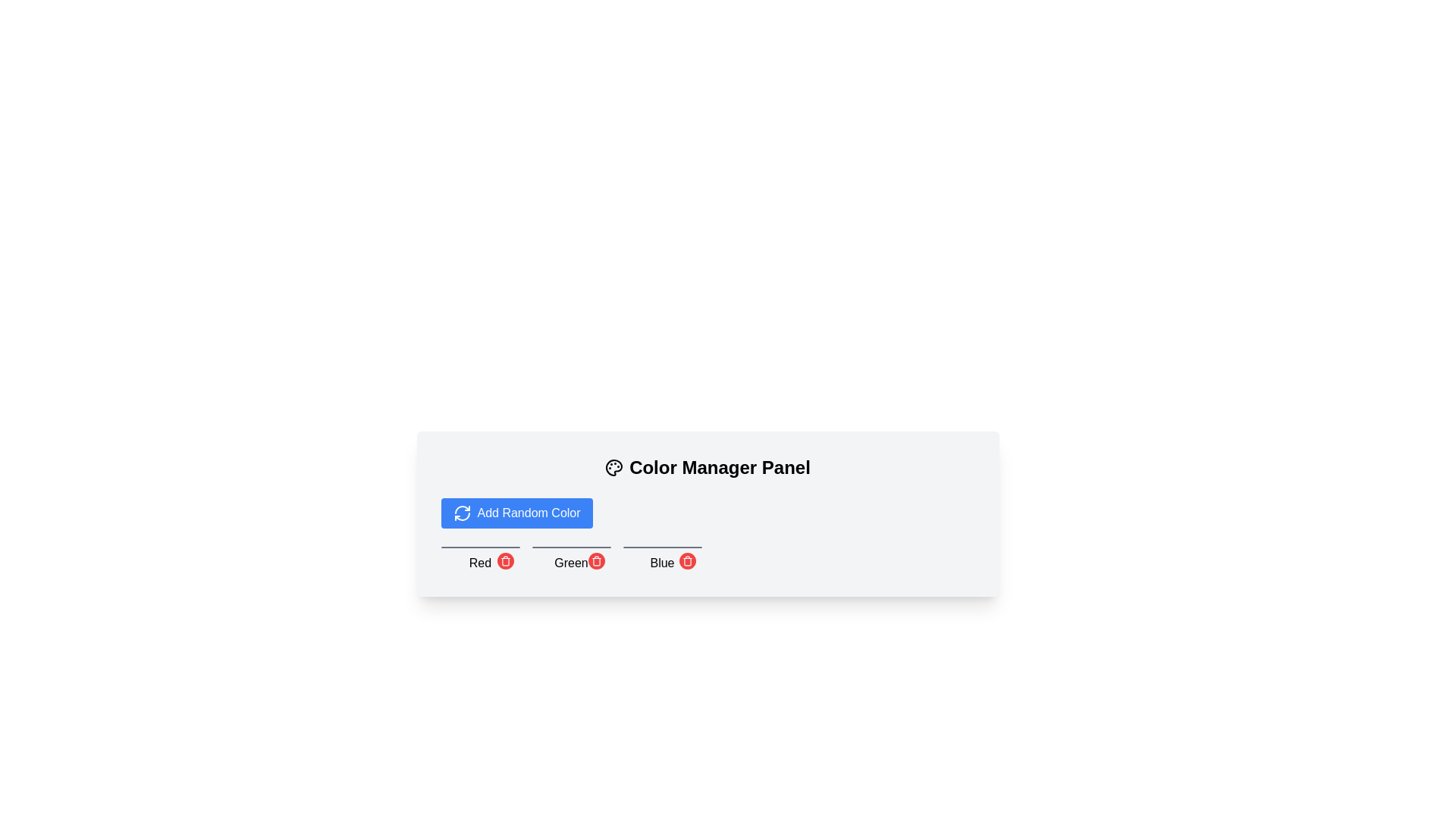  Describe the element at coordinates (614, 467) in the screenshot. I see `the painter's palette icon, which is located to the left of the 'Color Manager Panel' title text` at that location.